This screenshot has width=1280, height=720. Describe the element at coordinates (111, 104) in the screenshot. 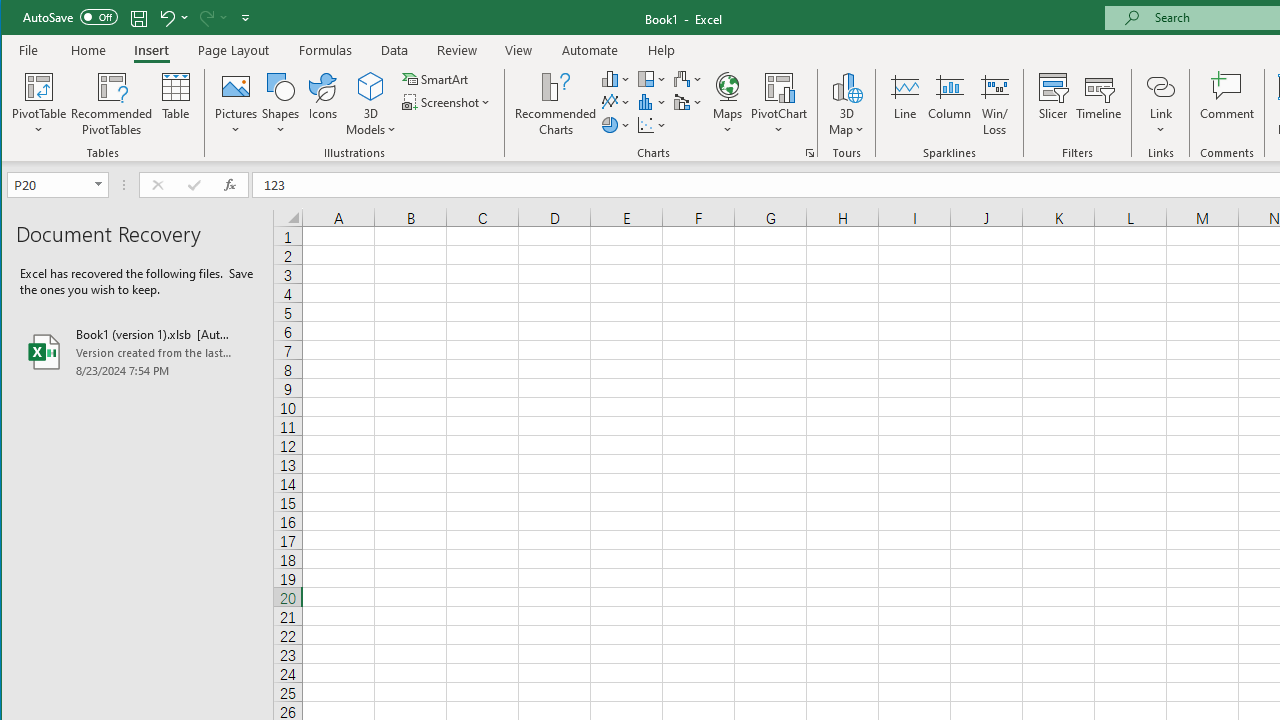

I see `'Recommended PivotTables'` at that location.